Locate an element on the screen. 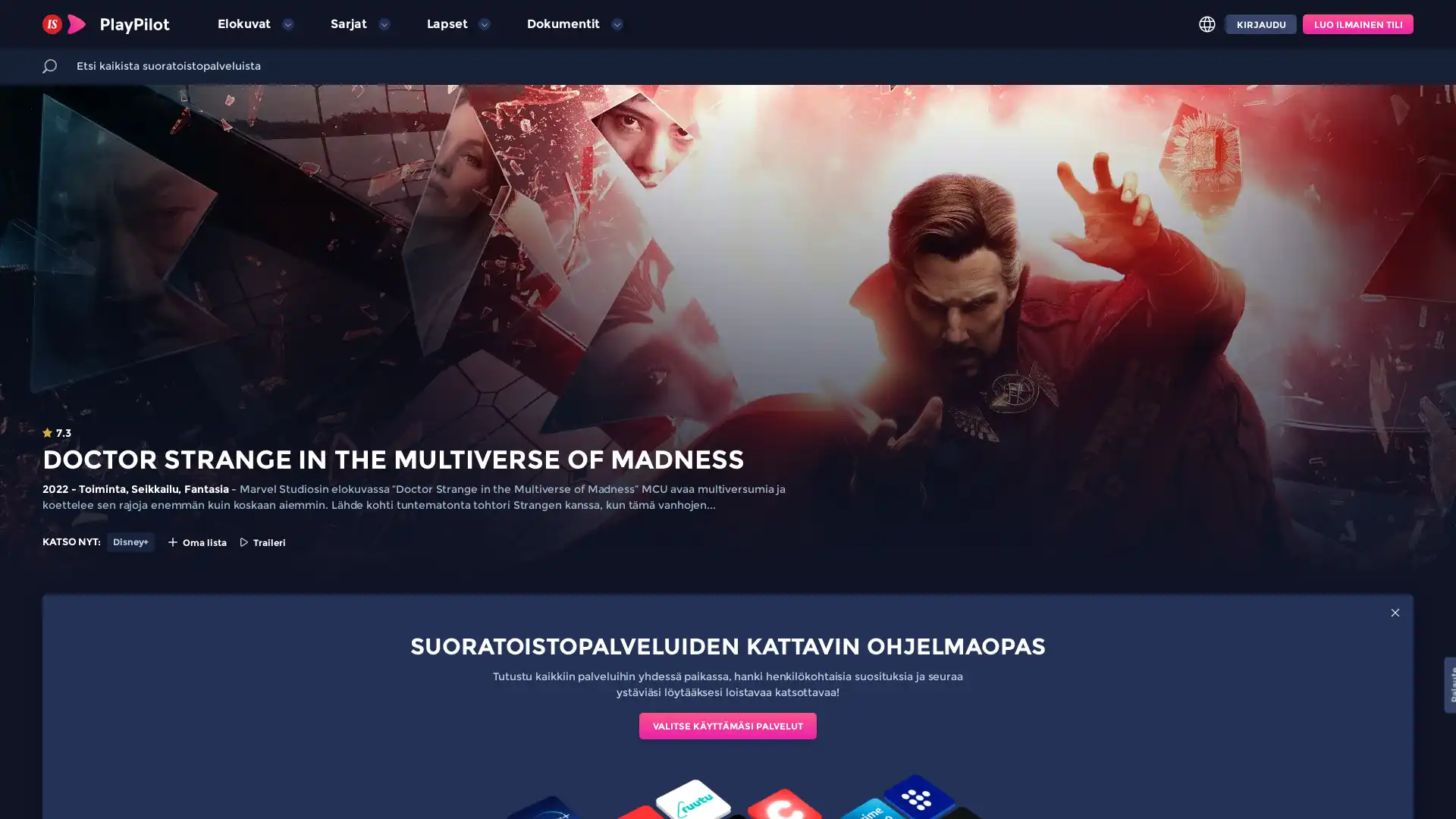  Oma lista is located at coordinates (196, 541).